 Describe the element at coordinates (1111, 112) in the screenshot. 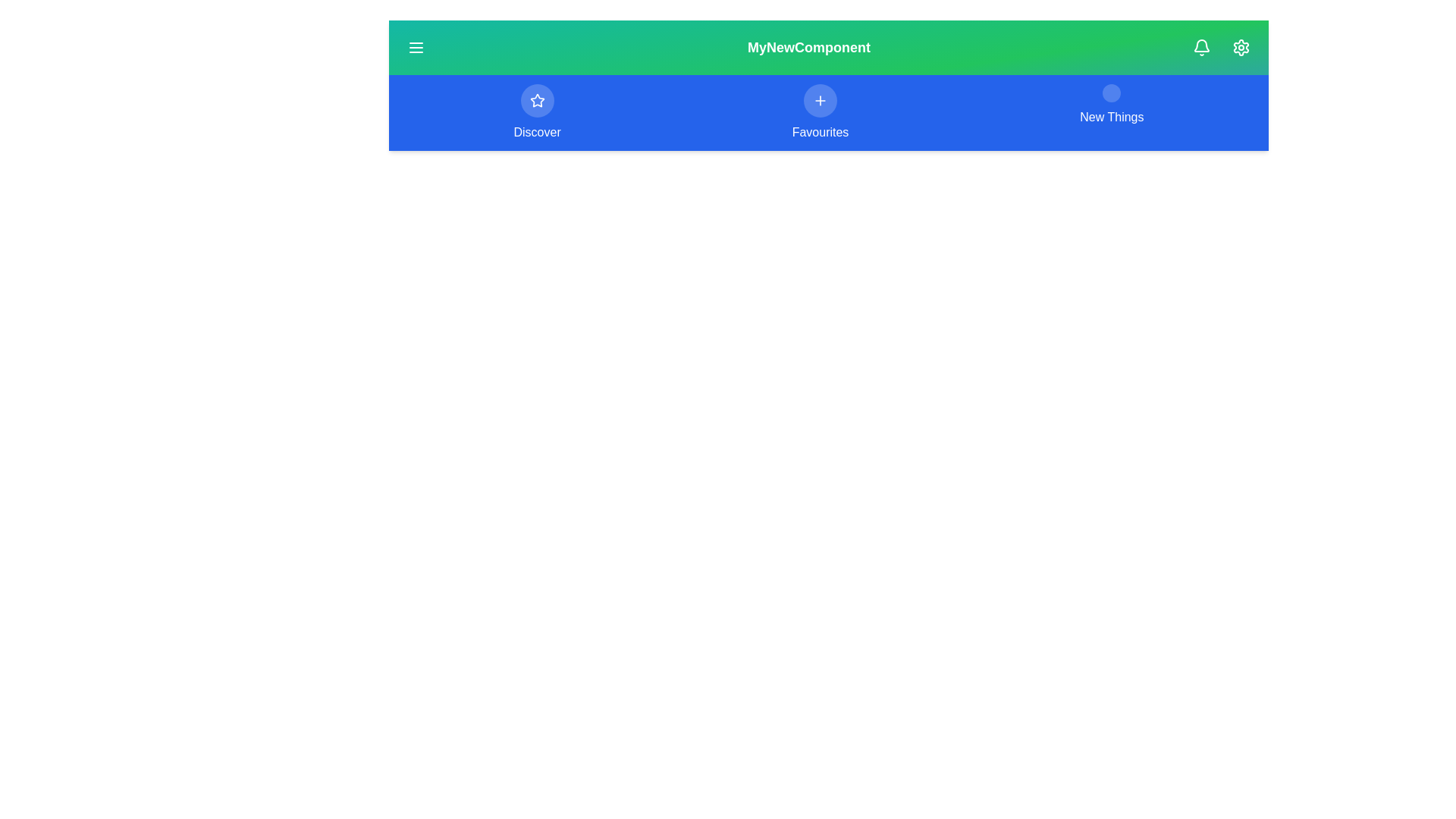

I see `the menu option New Things` at that location.